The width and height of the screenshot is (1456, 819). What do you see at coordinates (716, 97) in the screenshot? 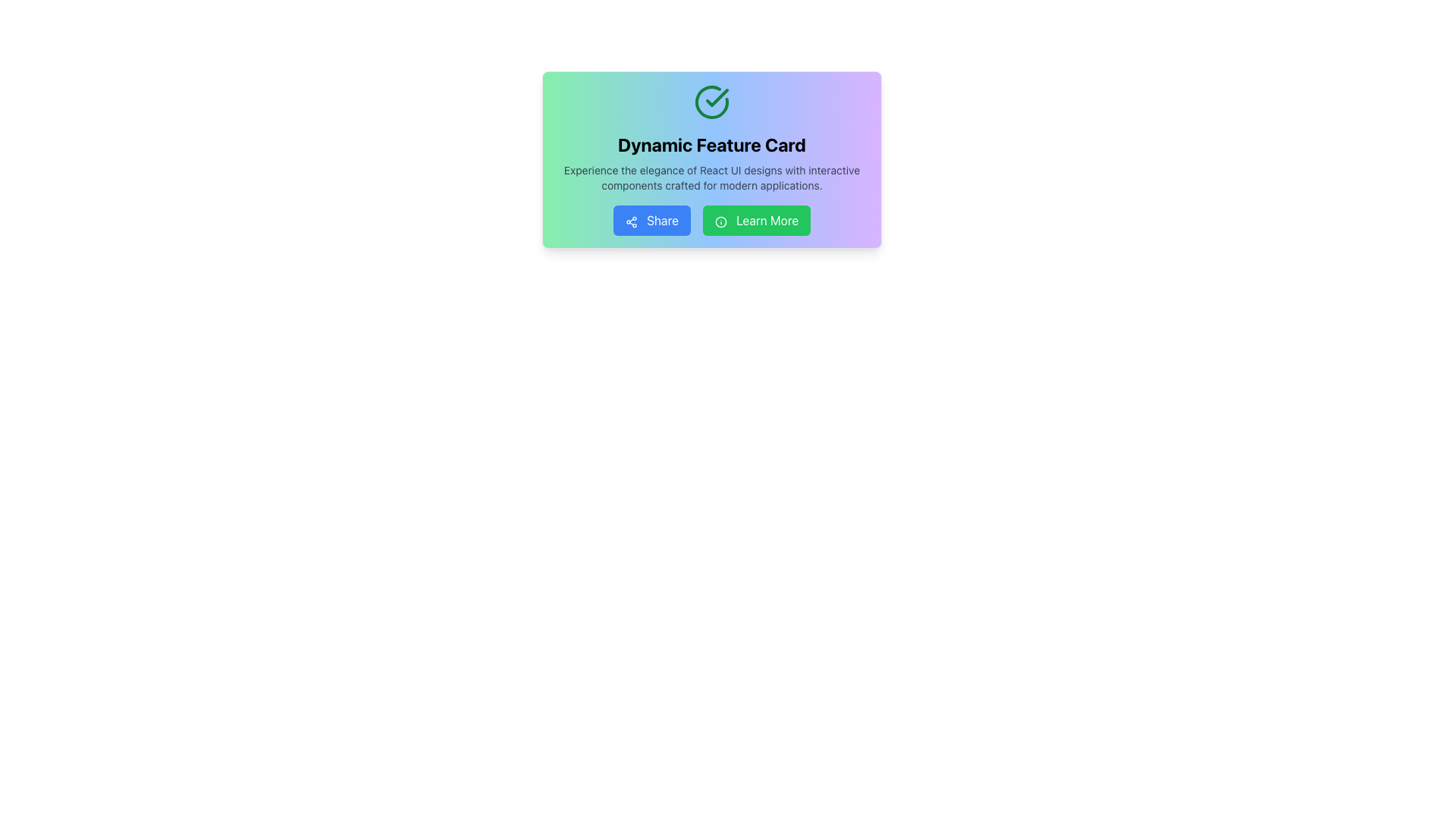
I see `the green circle icon that signifies completion or success status, located at the top center of the card above the title text` at bounding box center [716, 97].